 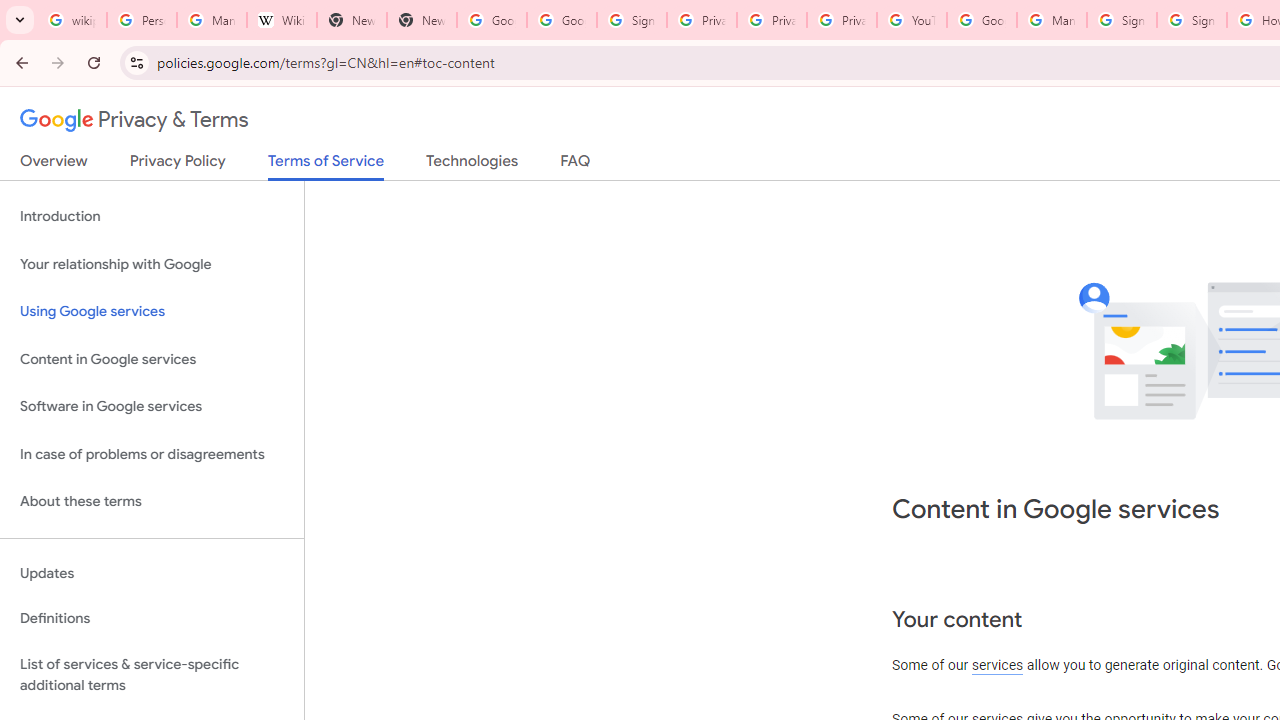 I want to click on 'Wikipedia:Edit requests - Wikipedia', so click(x=281, y=20).